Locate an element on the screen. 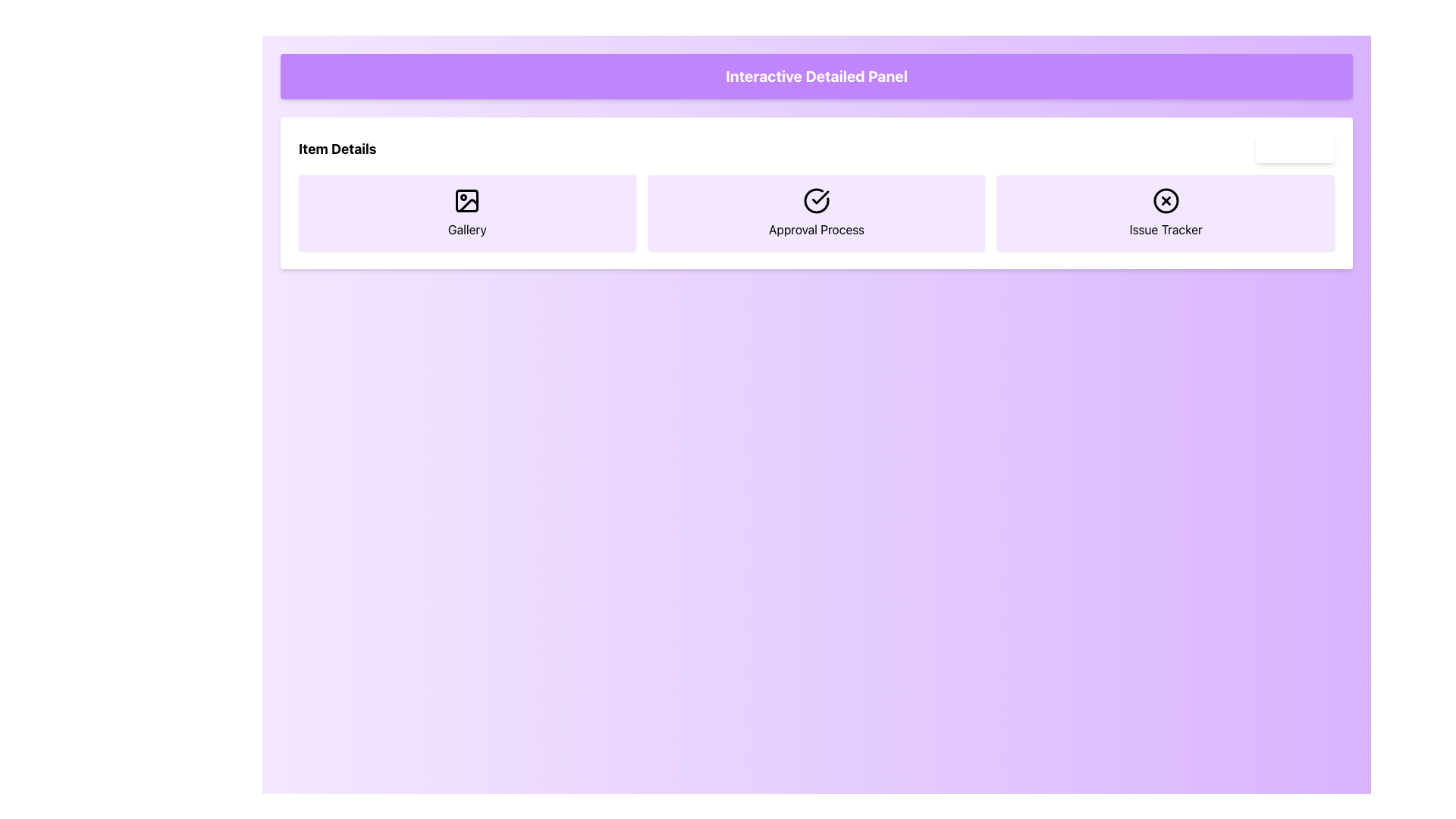  the text label displaying 'Approval Process', which is centered below a check mark icon within a rectangular card is located at coordinates (815, 230).